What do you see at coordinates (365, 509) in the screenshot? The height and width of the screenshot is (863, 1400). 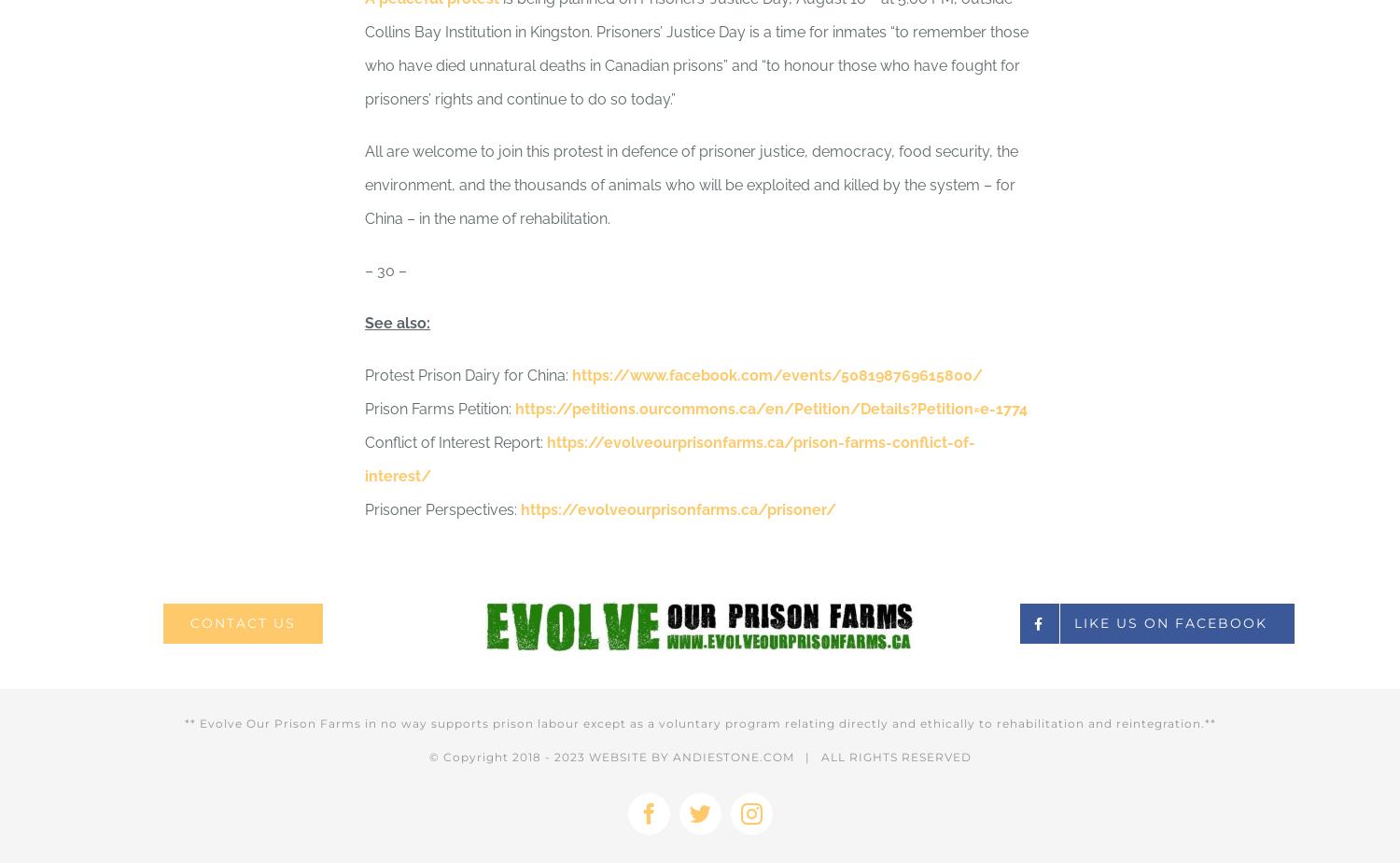 I see `'Prisoner Perspectives:'` at bounding box center [365, 509].